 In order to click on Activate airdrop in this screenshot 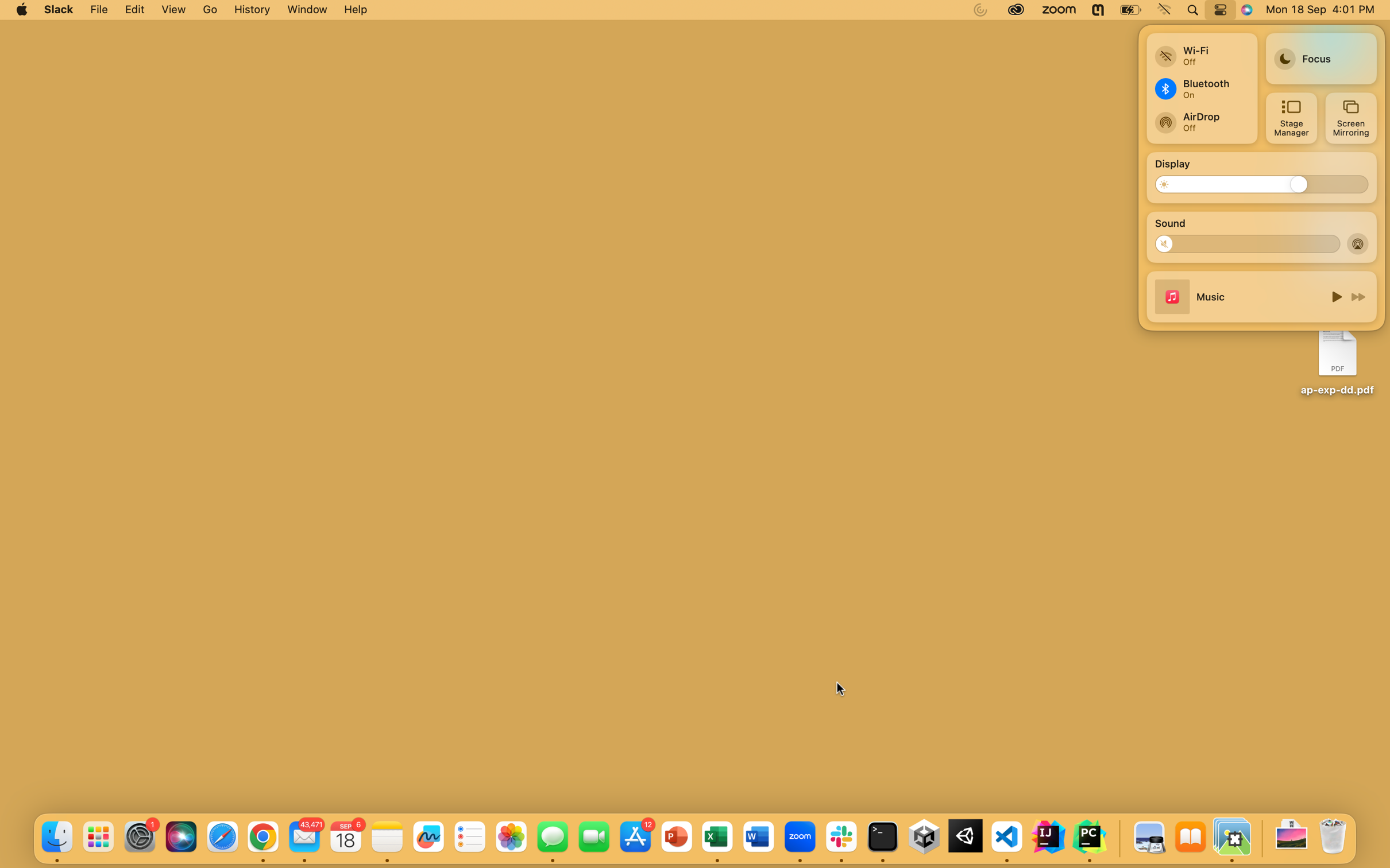, I will do `click(1358, 243)`.